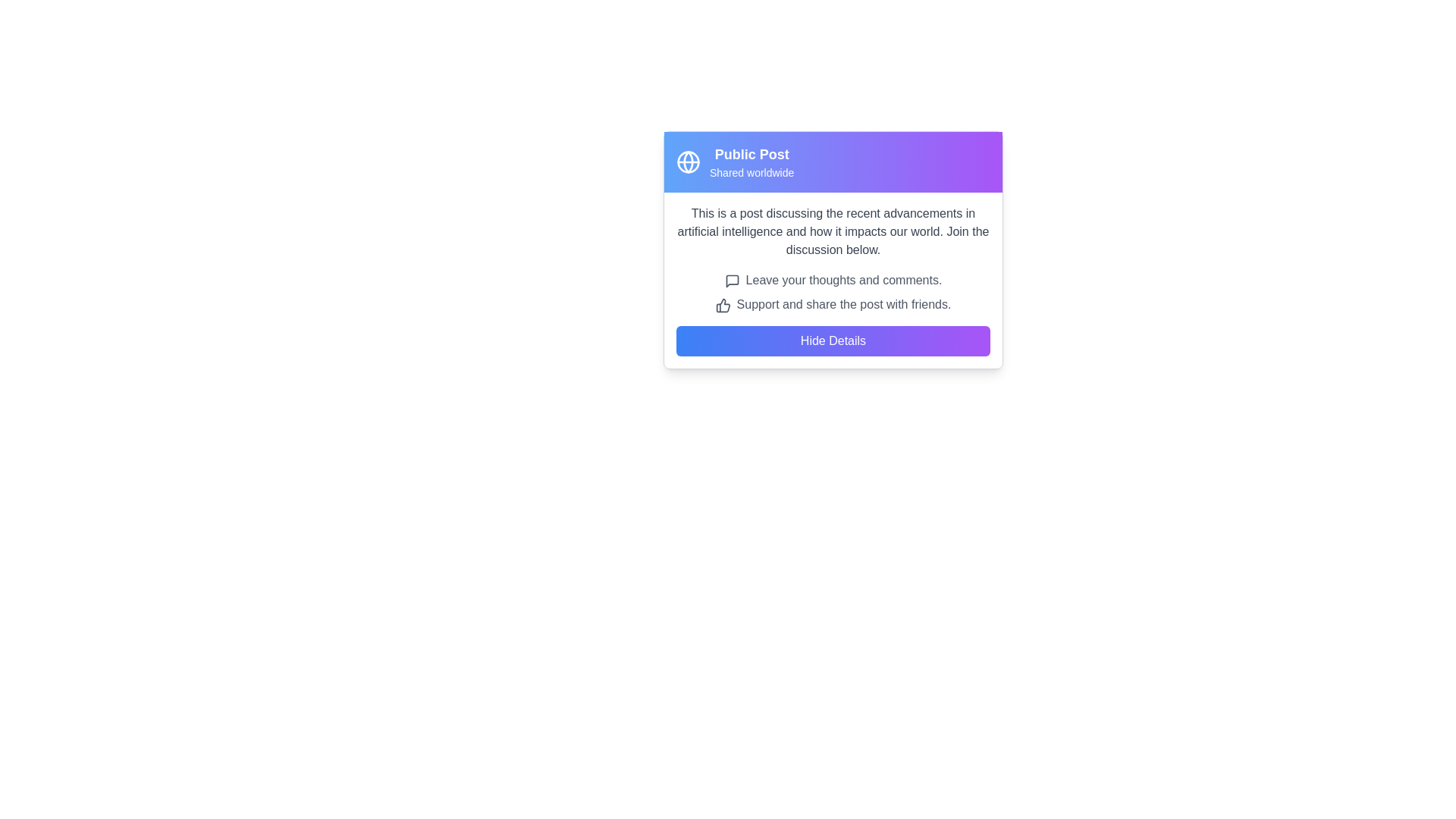  What do you see at coordinates (833, 281) in the screenshot?
I see `the text block that encourages user interaction with the post, located below the 'Public Post' header and above the 'Hide Details' button` at bounding box center [833, 281].